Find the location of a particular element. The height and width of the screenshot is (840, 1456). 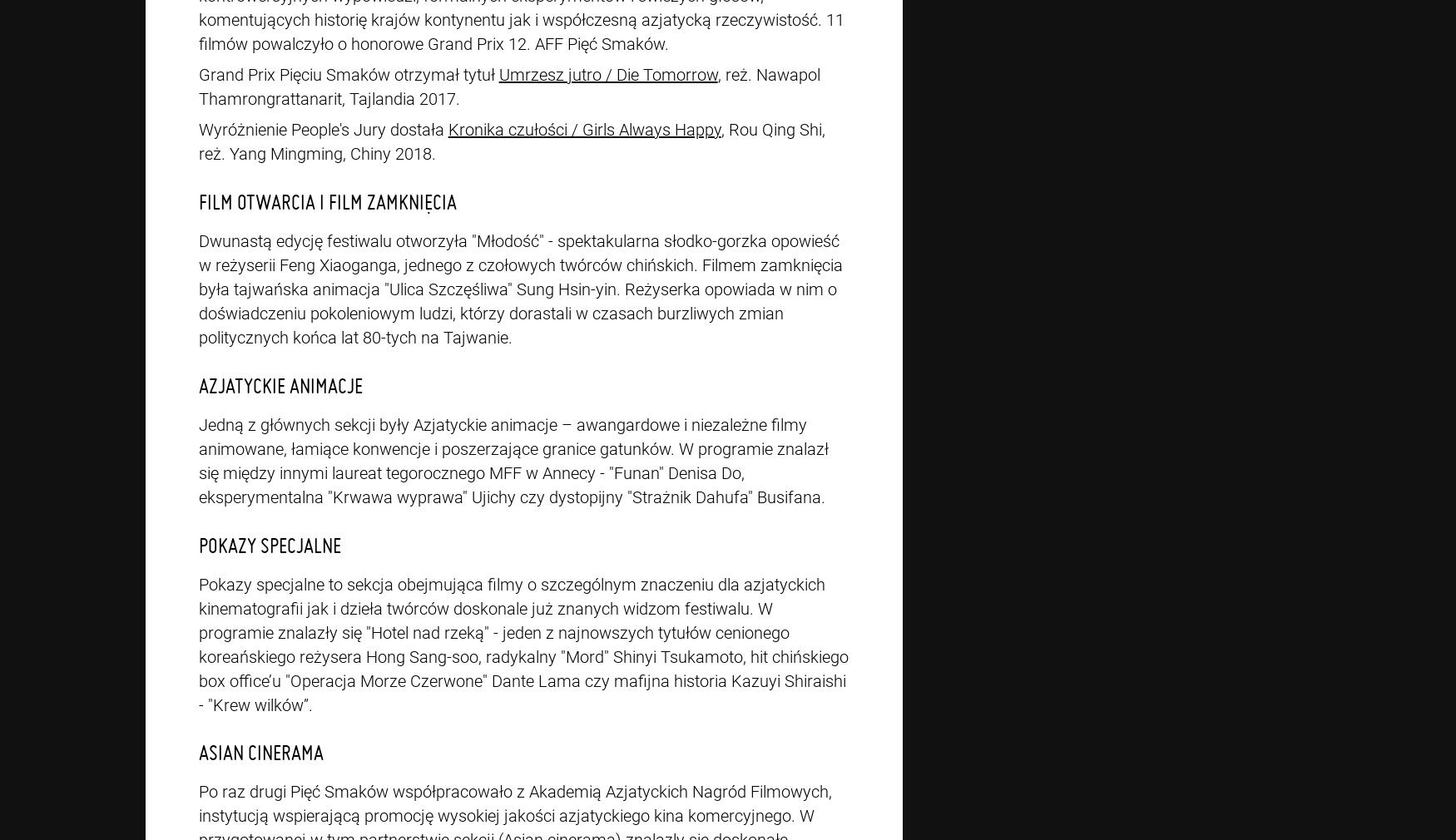

'Asian cinerama' is located at coordinates (260, 752).